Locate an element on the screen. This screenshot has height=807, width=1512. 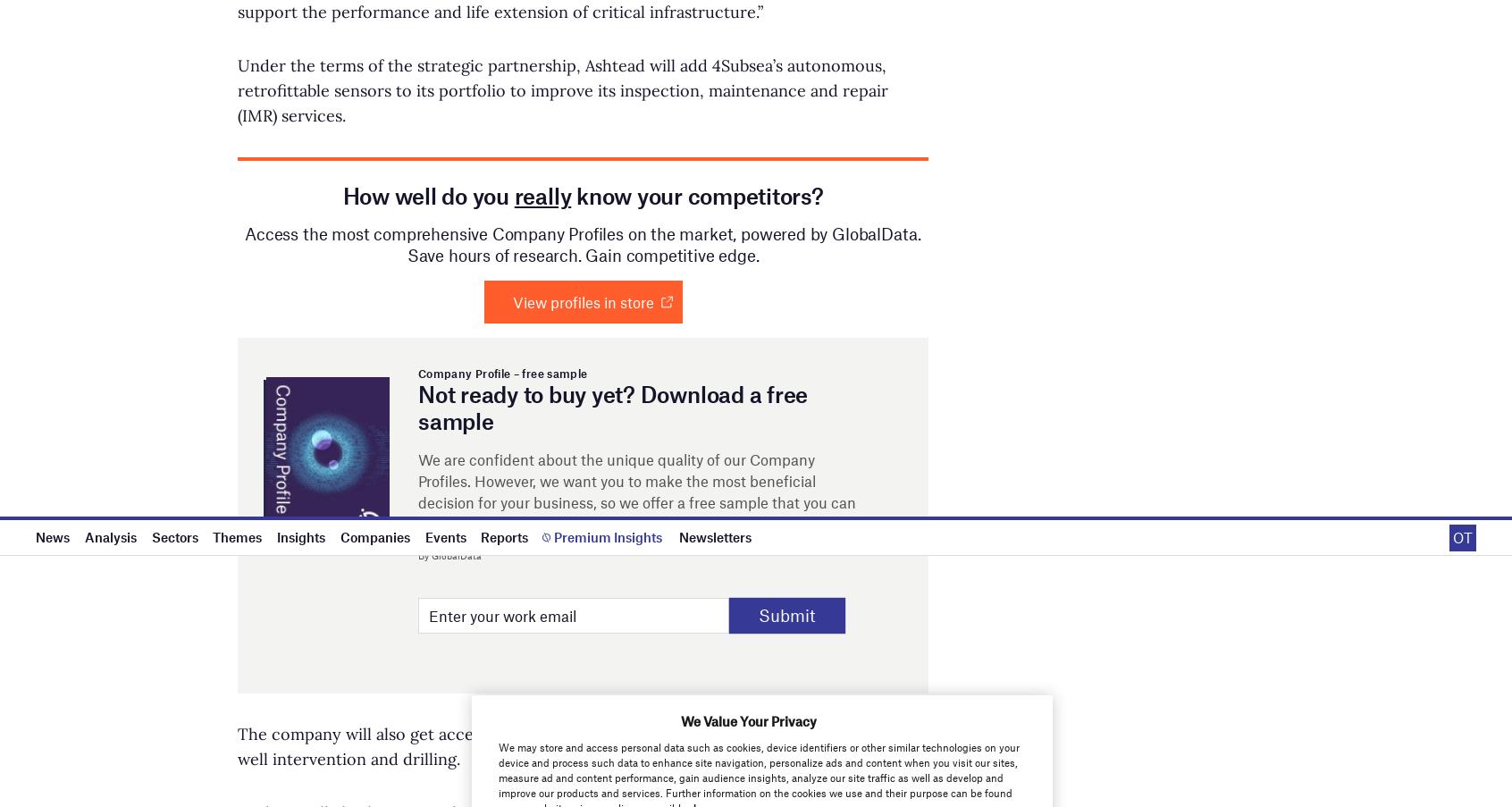
'Powered by' is located at coordinates (1177, 139).